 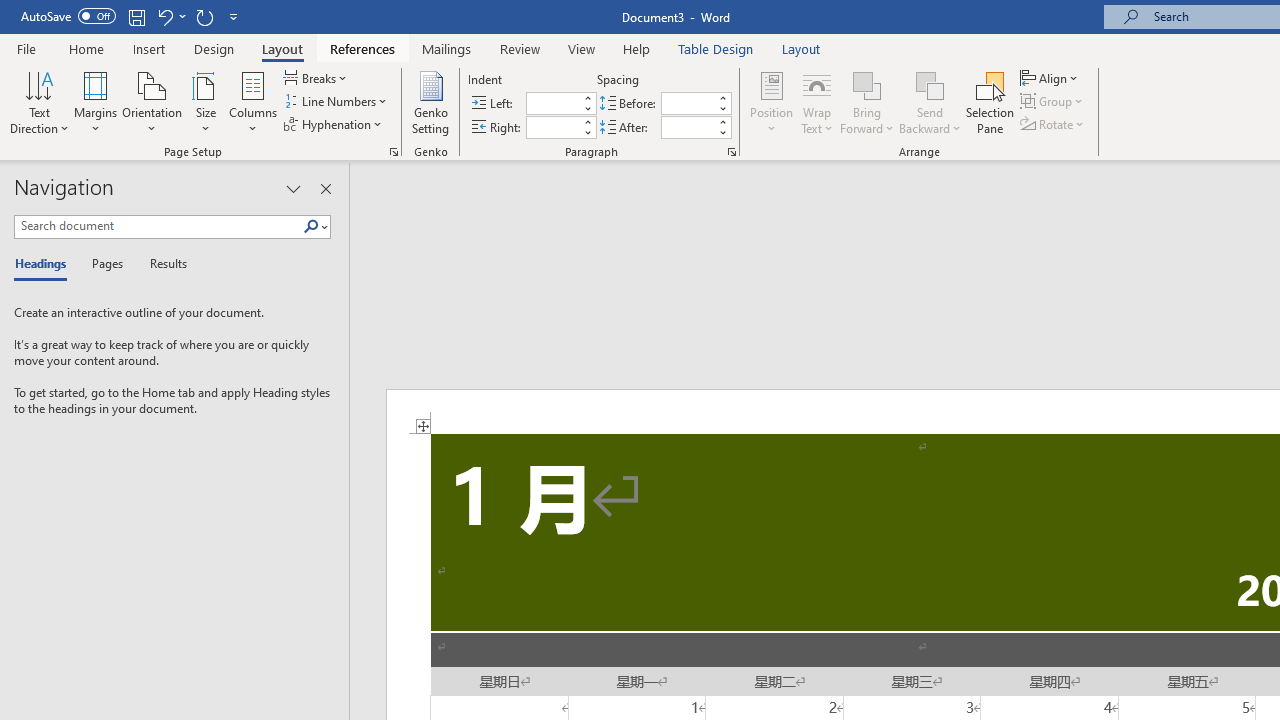 I want to click on 'Bring Forward', so click(x=867, y=103).